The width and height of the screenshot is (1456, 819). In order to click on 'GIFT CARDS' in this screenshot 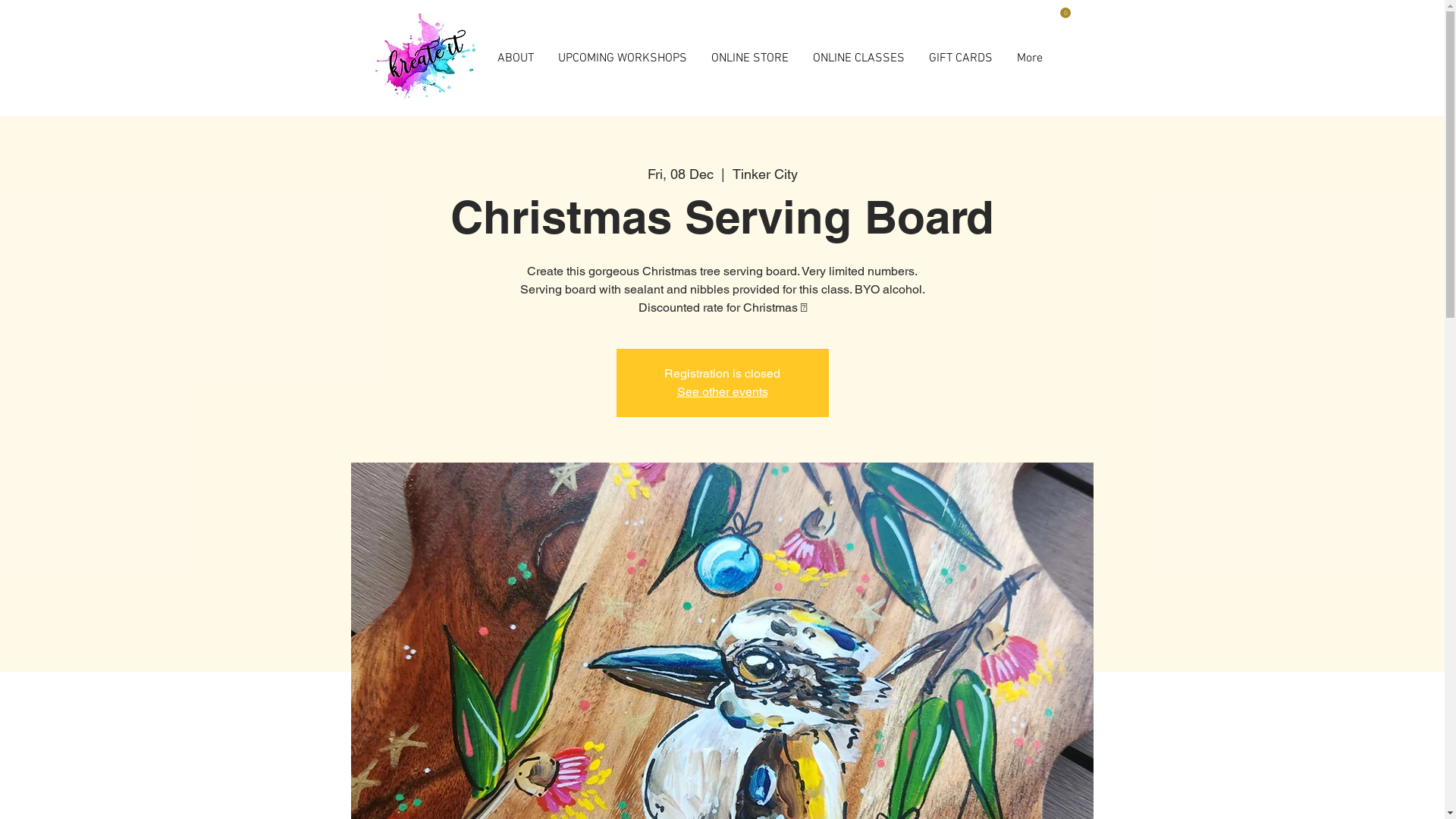, I will do `click(960, 58)`.